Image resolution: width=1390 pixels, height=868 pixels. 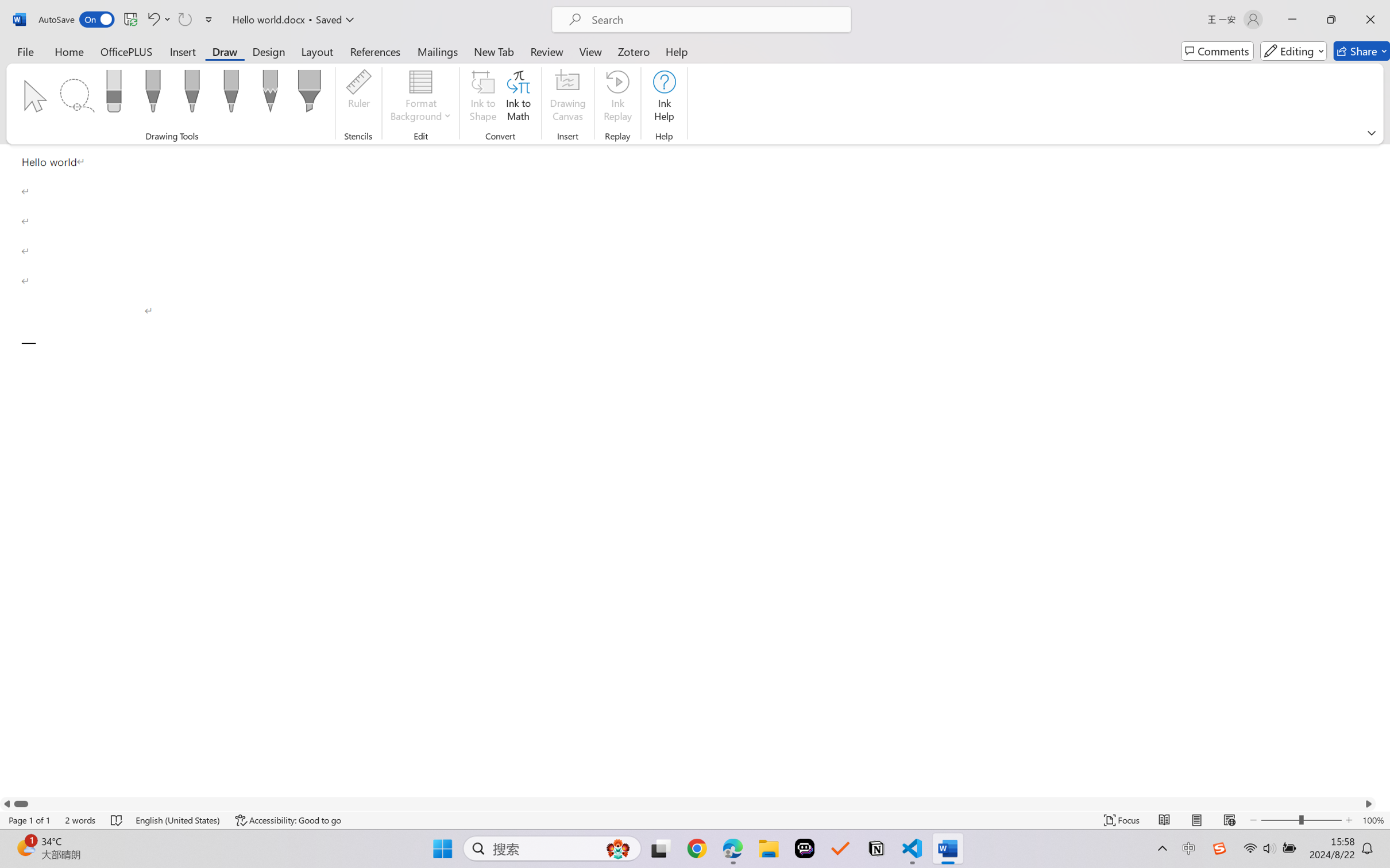 What do you see at coordinates (157, 19) in the screenshot?
I see `'Undo Paragraph Formatting'` at bounding box center [157, 19].